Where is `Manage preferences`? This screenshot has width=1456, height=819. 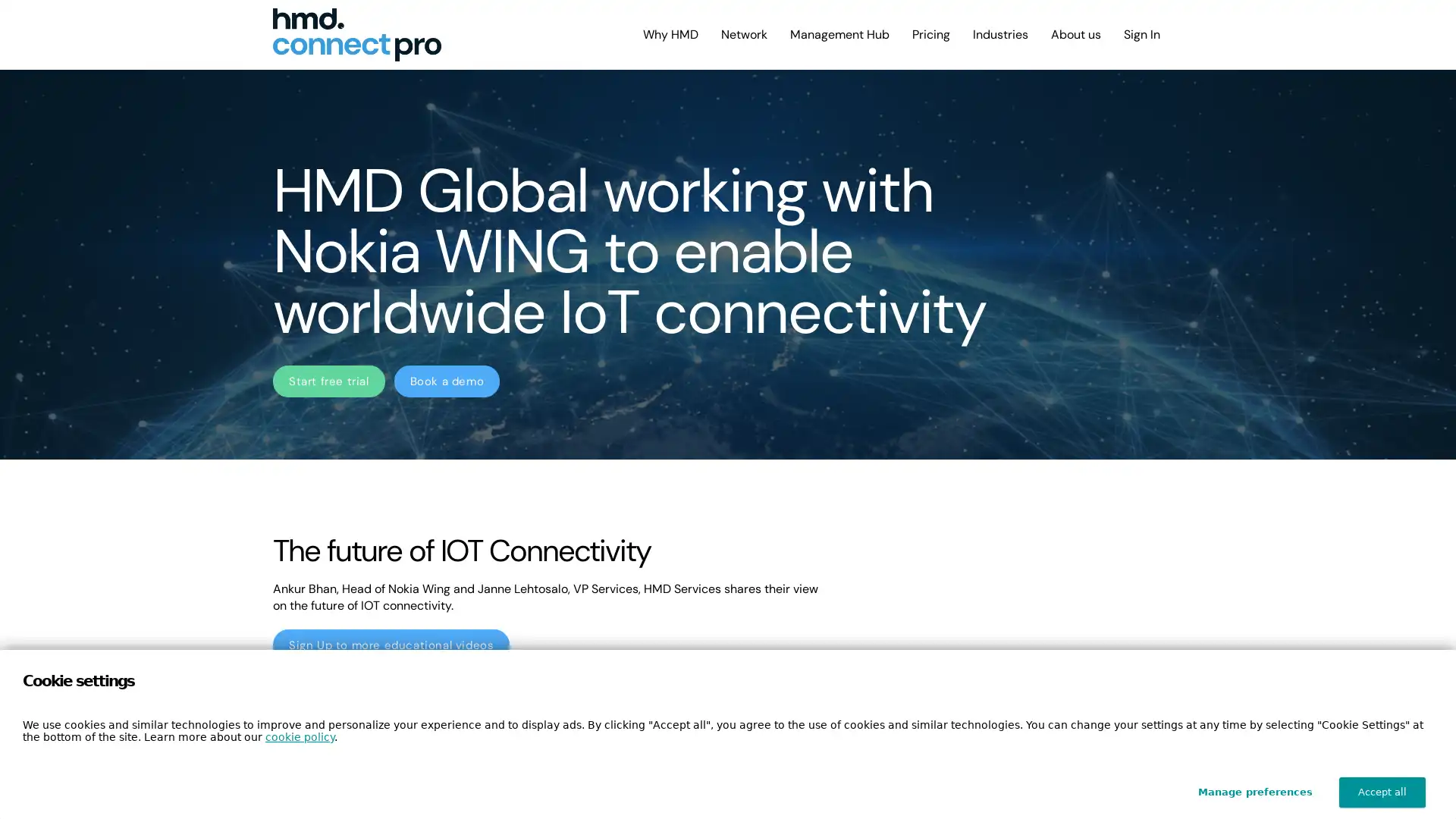 Manage preferences is located at coordinates (1255, 792).